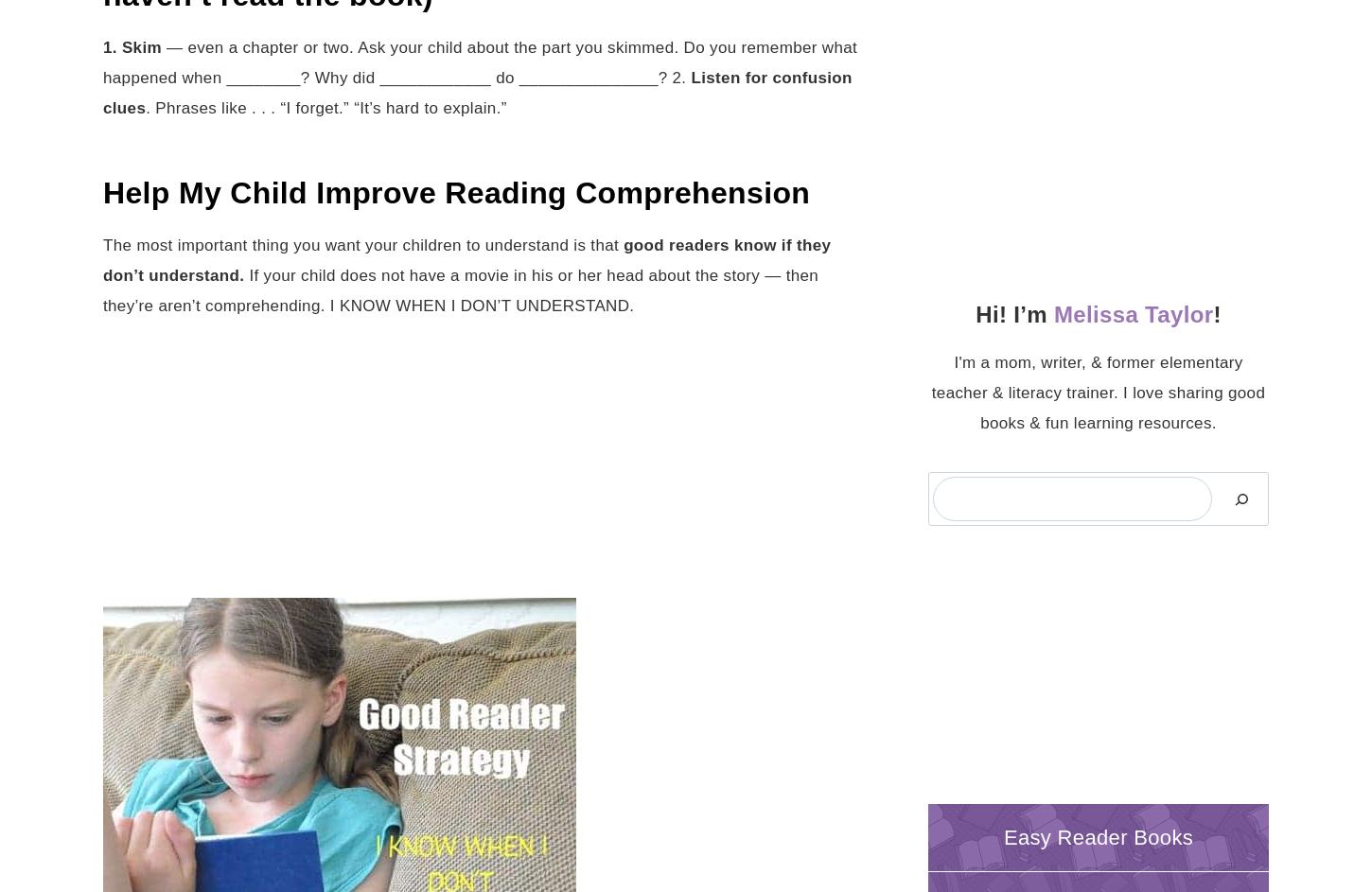 This screenshot has height=892, width=1372. I want to click on 'I'm a mom, writer, & former elementary teacher & literacy trainer. I love sharing good books & fun learning resources.', so click(1097, 392).